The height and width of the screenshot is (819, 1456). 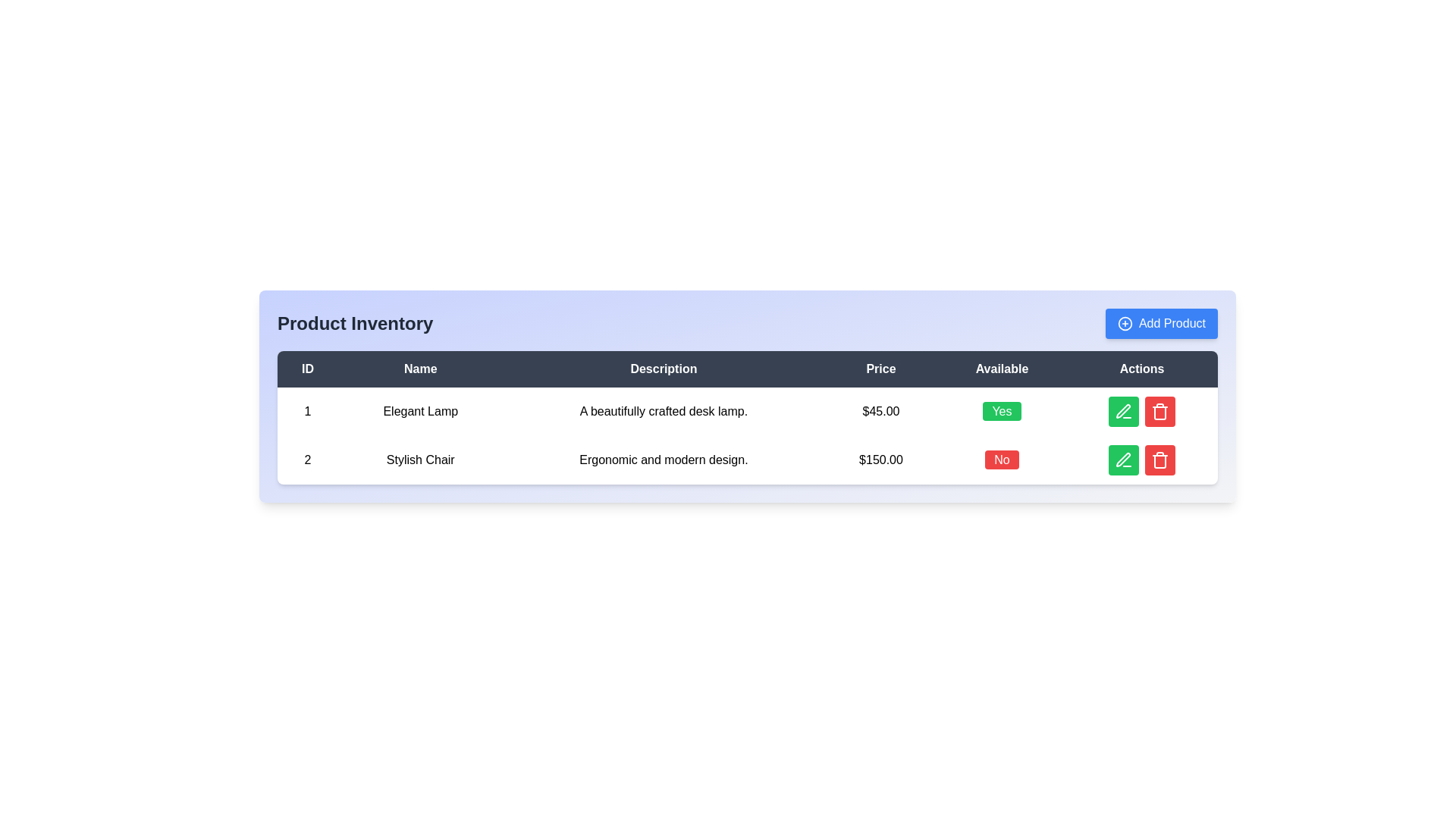 What do you see at coordinates (1124, 412) in the screenshot?
I see `the green rectangular button with rounded corners containing a white pen icon, located in the second row of the action column within the table` at bounding box center [1124, 412].